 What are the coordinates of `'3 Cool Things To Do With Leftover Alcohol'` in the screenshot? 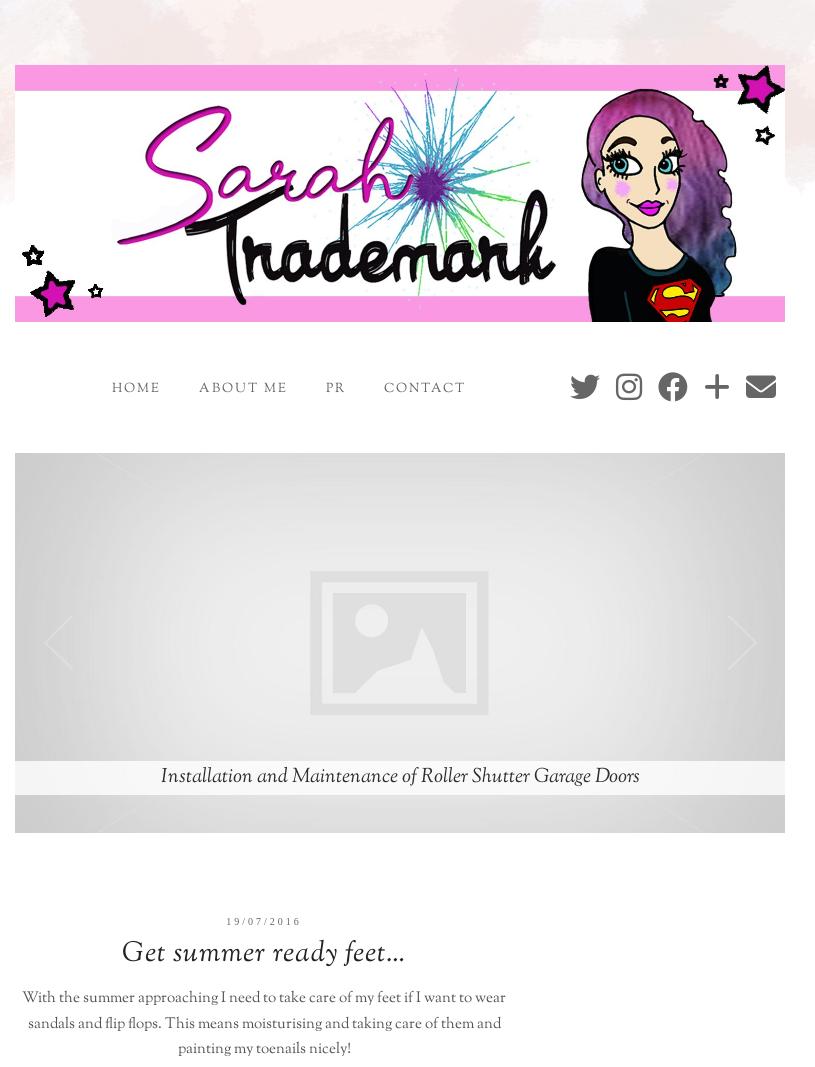 It's located at (398, 775).